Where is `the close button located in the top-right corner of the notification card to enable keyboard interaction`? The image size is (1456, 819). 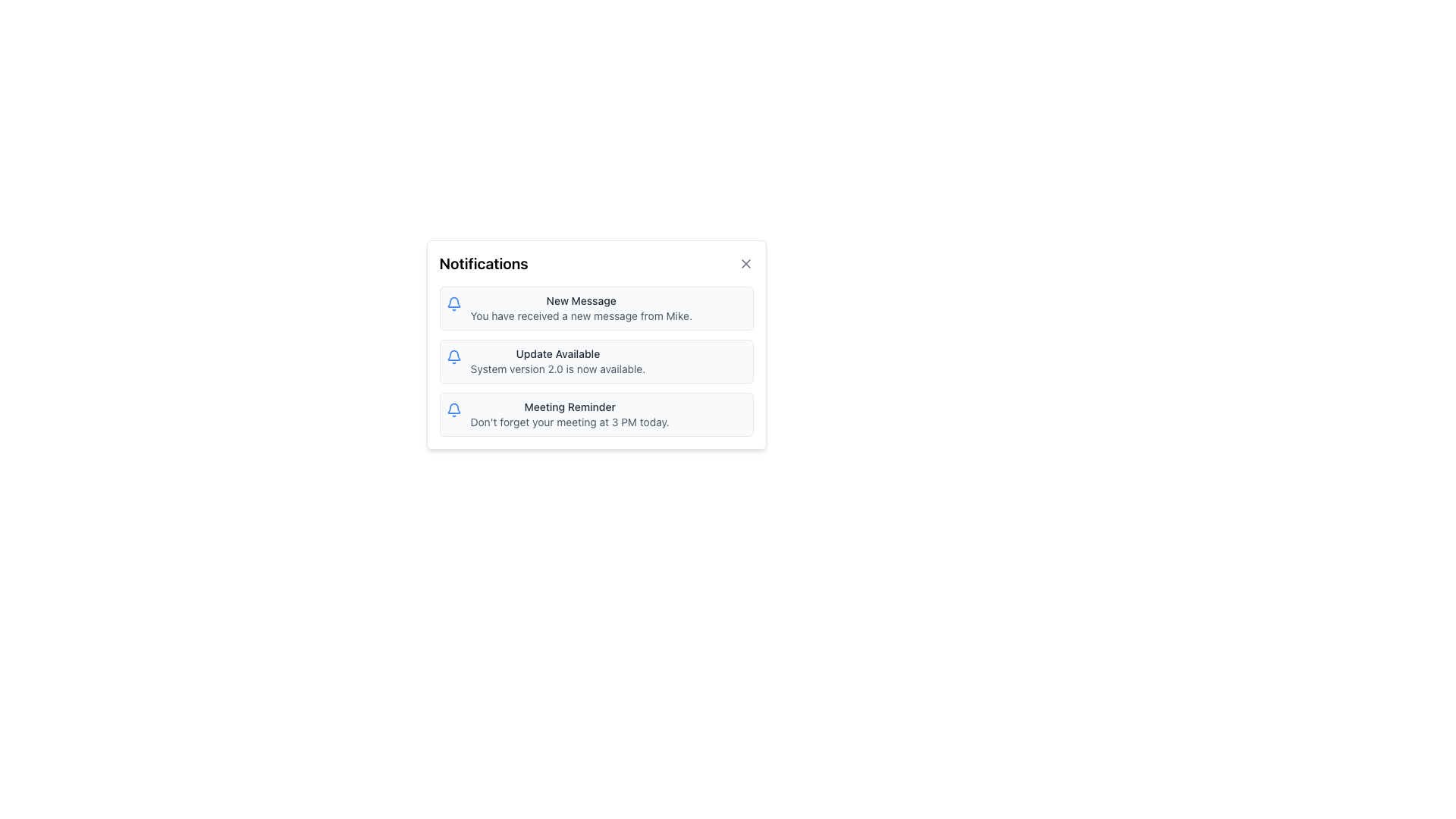 the close button located in the top-right corner of the notification card to enable keyboard interaction is located at coordinates (745, 262).